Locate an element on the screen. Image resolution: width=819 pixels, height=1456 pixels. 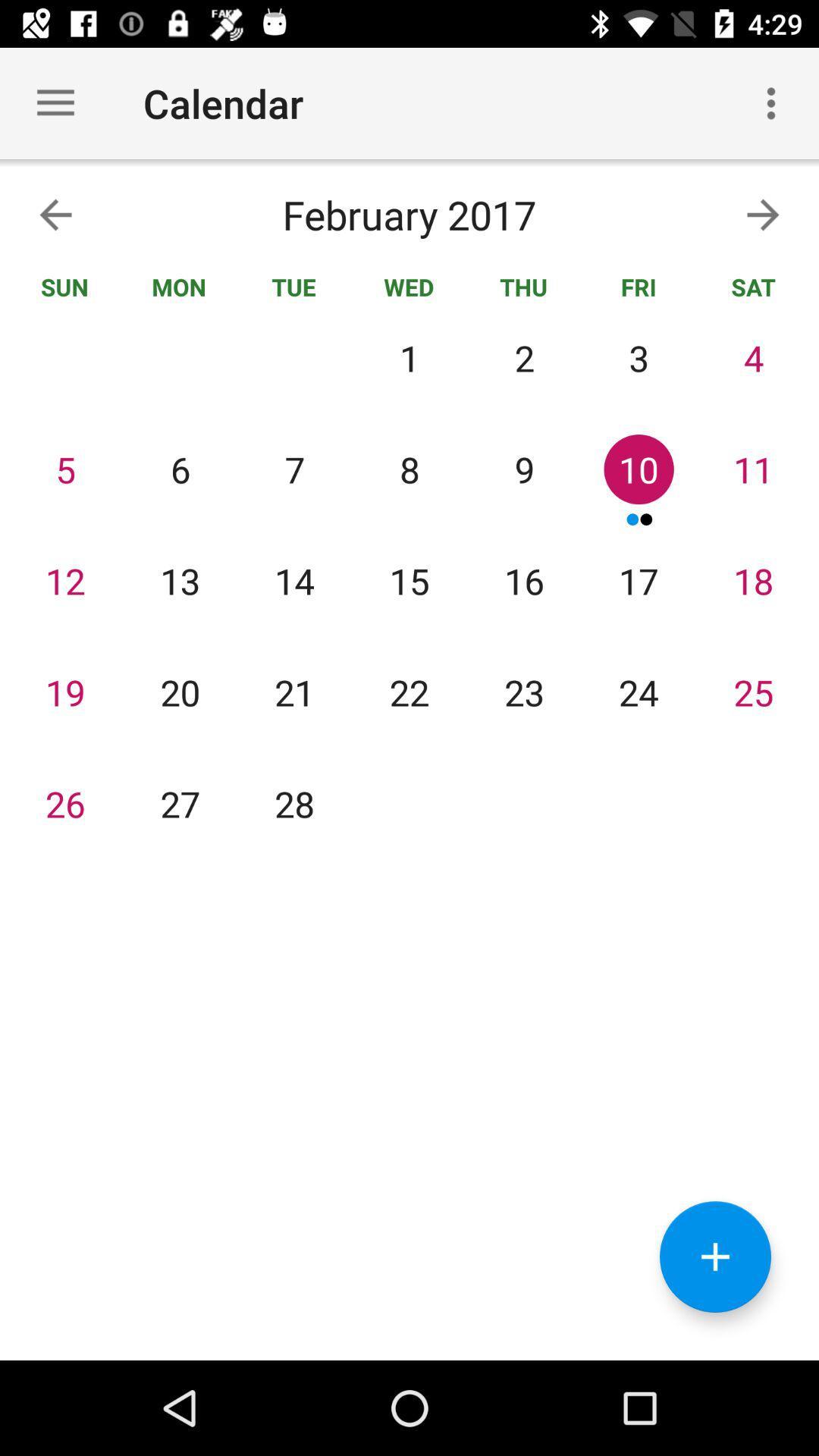
the item at the bottom right corner is located at coordinates (715, 1257).